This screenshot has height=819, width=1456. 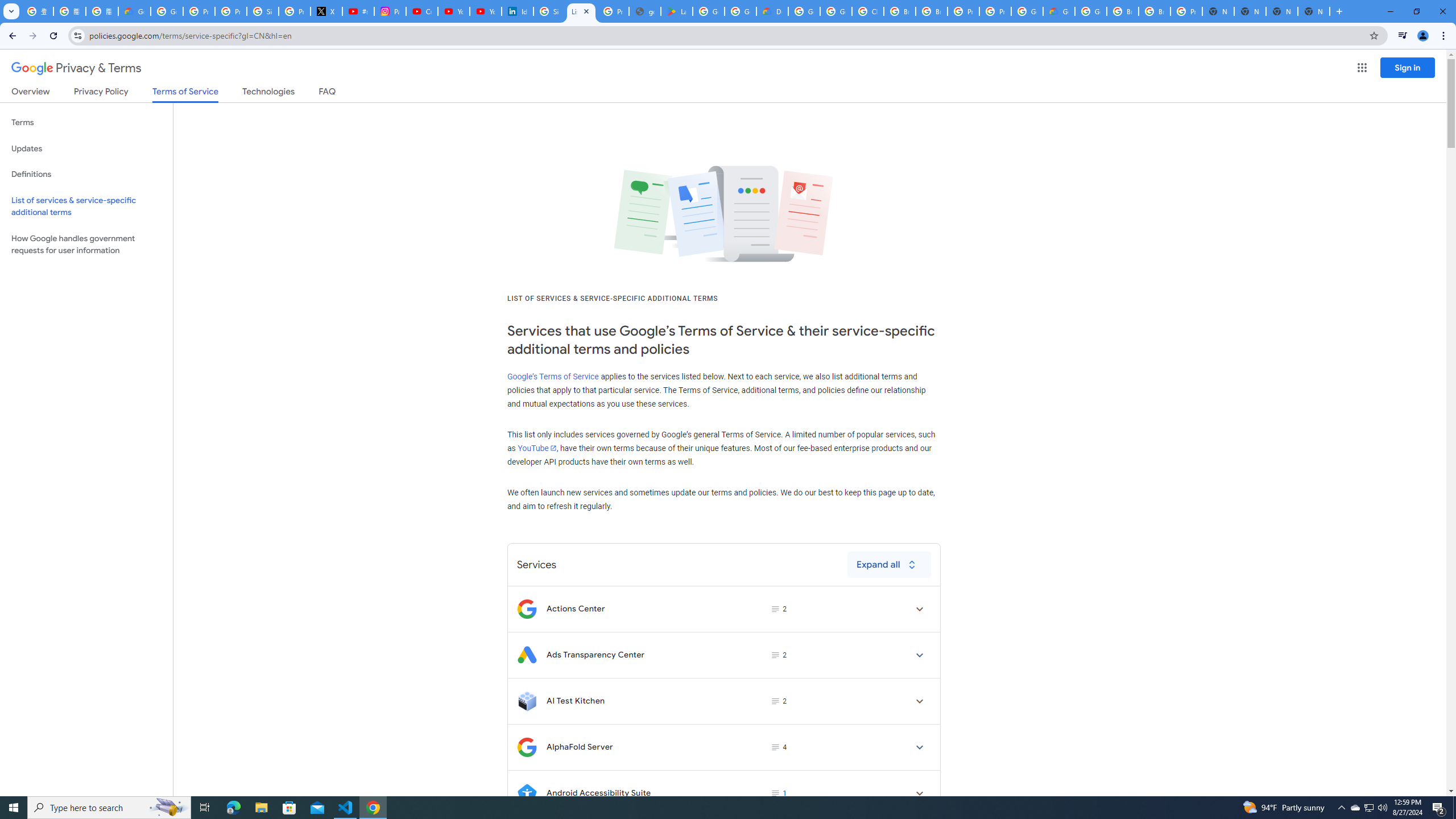 What do you see at coordinates (526, 747) in the screenshot?
I see `'Logo for AlphaFold Server'` at bounding box center [526, 747].